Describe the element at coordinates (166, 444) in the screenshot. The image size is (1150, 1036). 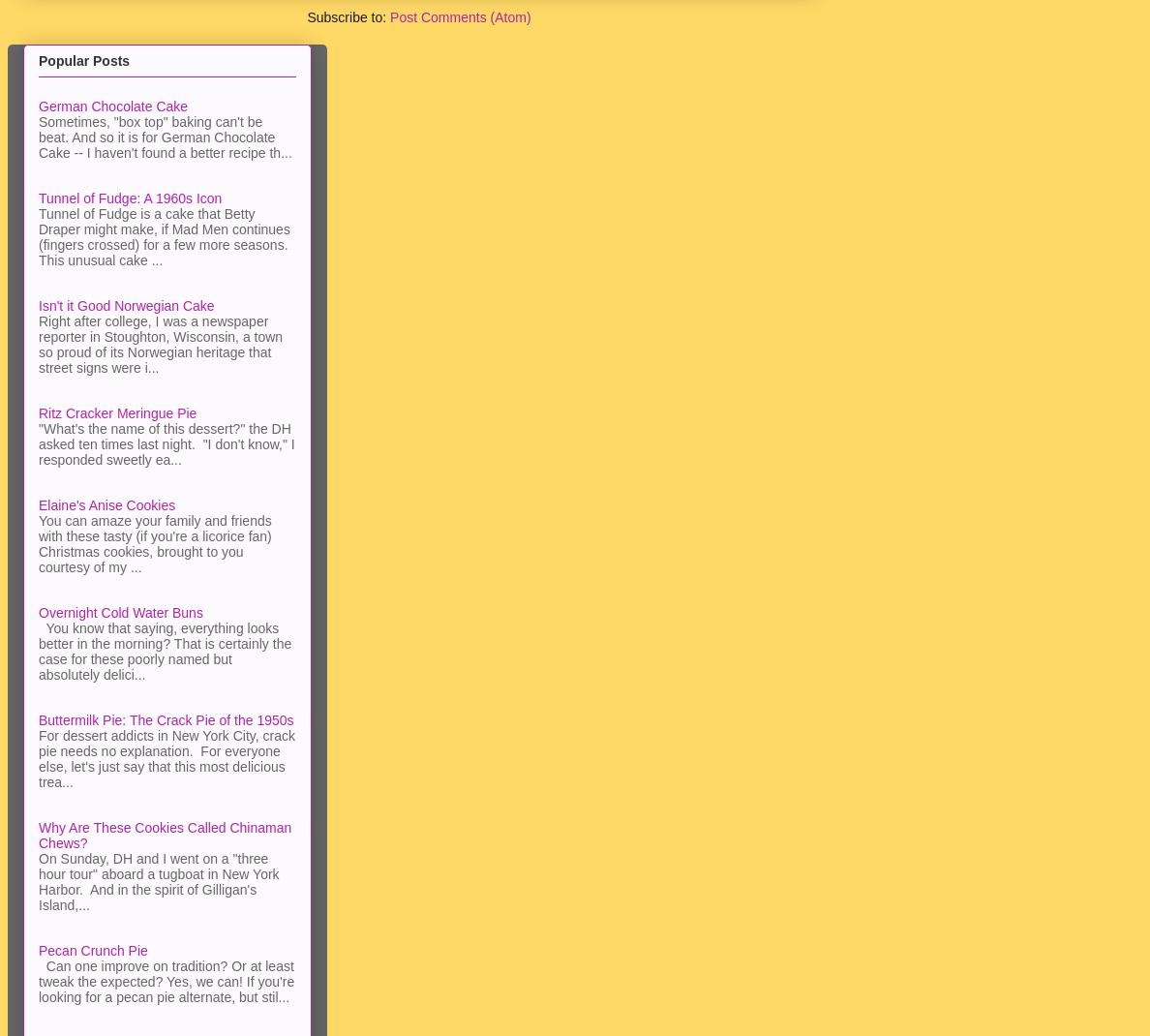
I see `'"What's the name of this dessert?" the DH asked ten times last night.  "I don't know," I responded sweetly ea...'` at that location.